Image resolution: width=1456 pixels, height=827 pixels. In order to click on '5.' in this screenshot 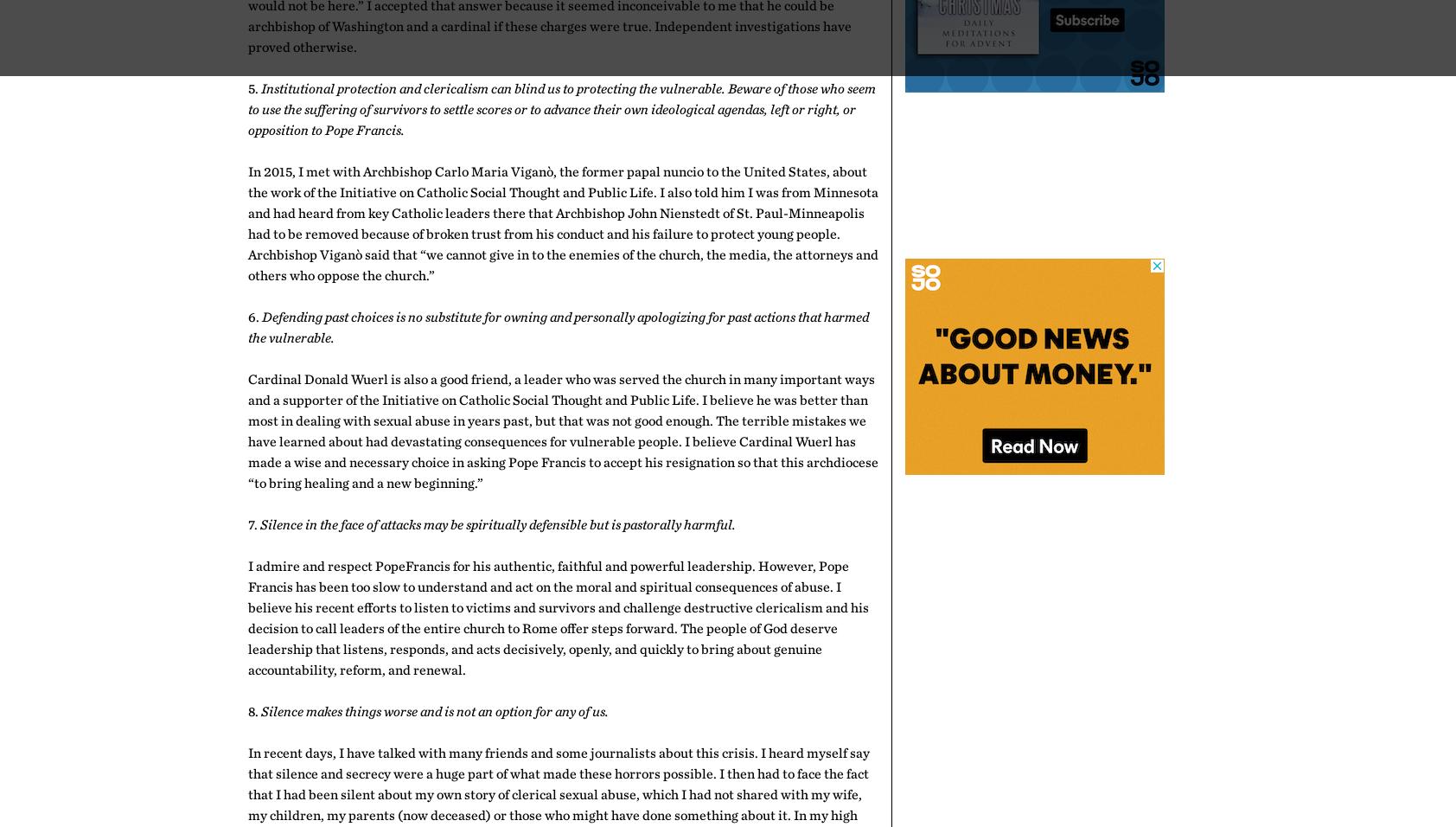, I will do `click(247, 87)`.